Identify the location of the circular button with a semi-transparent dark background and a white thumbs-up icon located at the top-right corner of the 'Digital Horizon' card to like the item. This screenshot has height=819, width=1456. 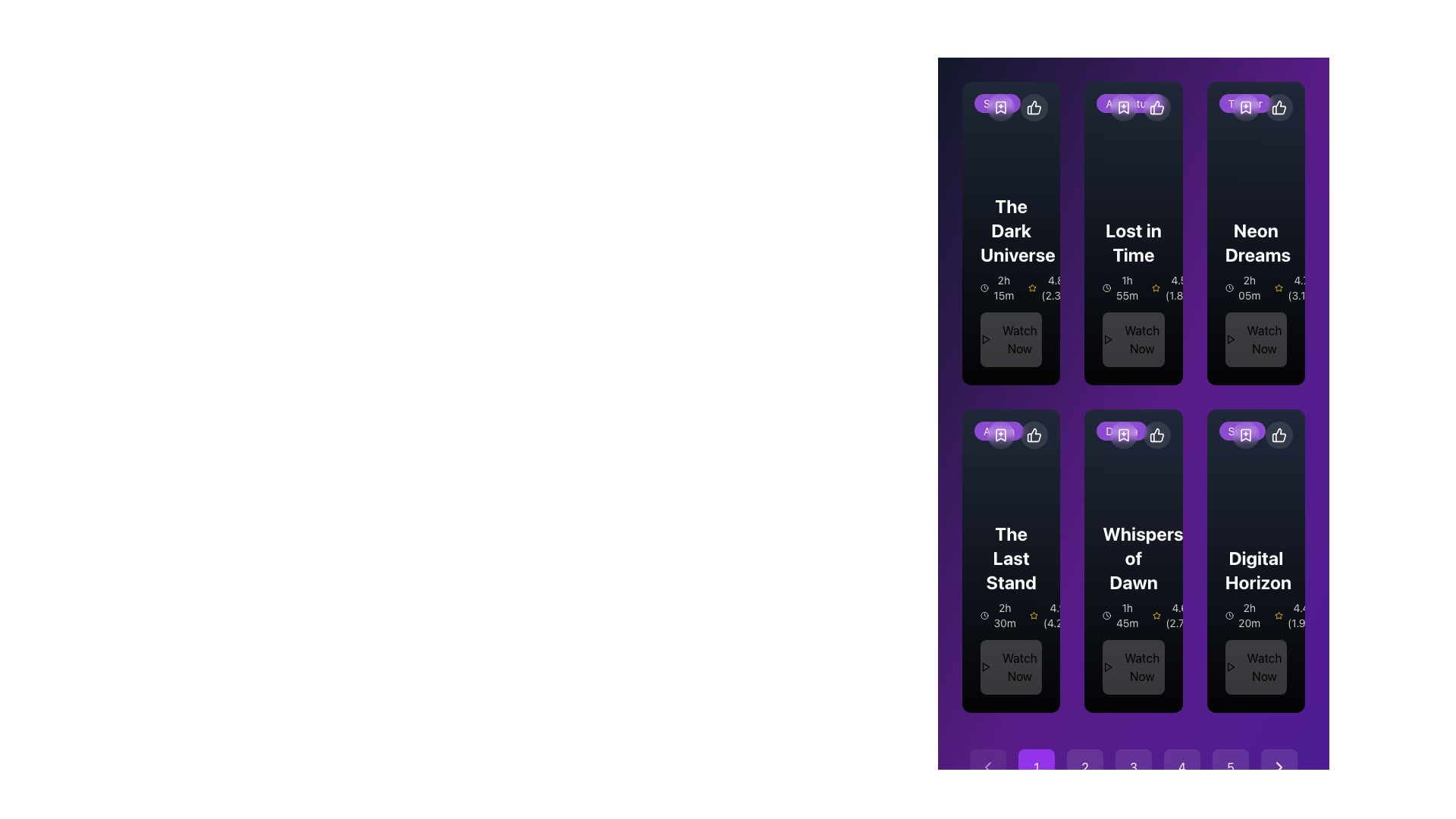
(1278, 435).